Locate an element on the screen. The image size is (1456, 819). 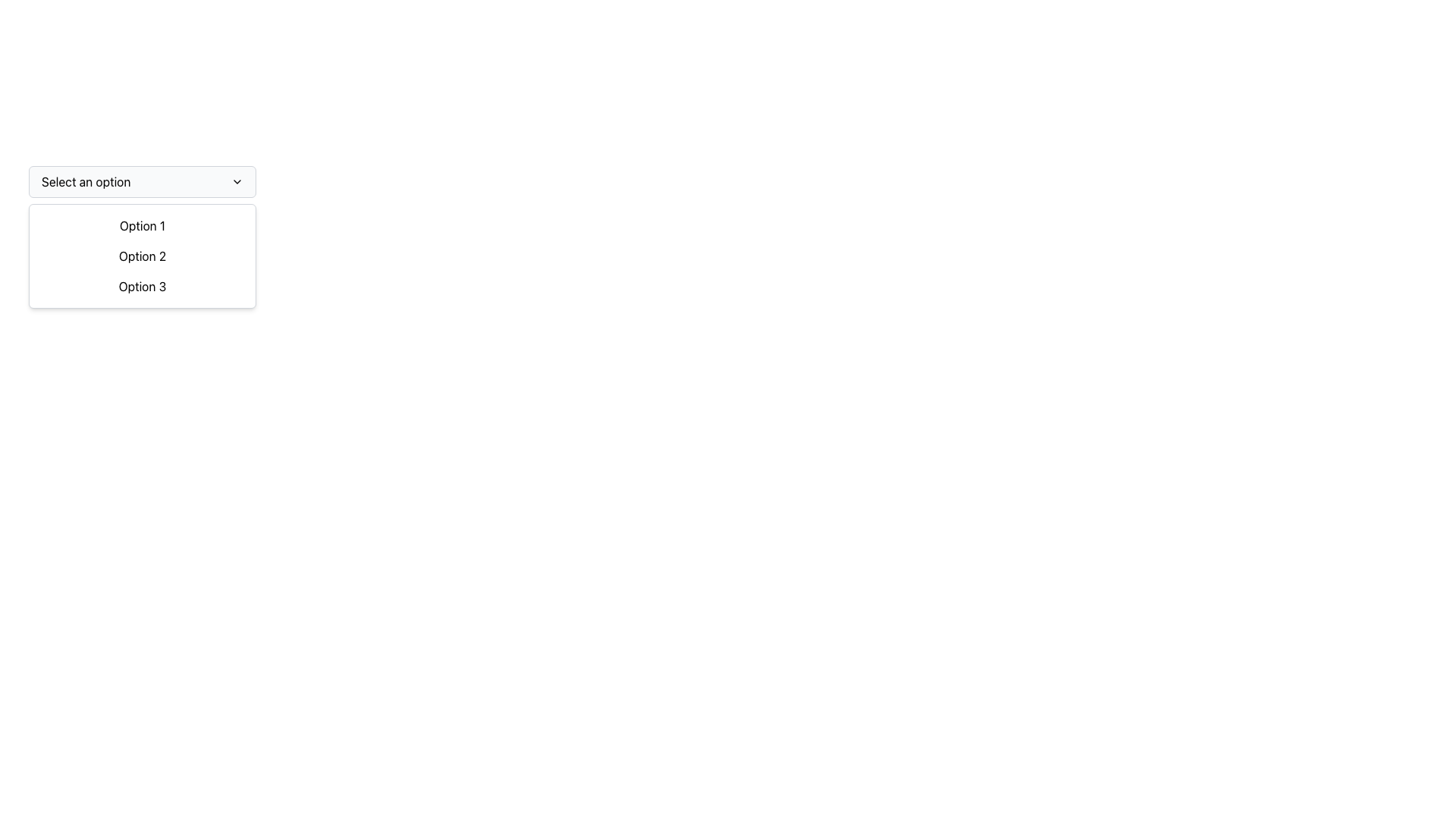
the 'Option 2' in the dropdown menu to change its background color is located at coordinates (142, 256).